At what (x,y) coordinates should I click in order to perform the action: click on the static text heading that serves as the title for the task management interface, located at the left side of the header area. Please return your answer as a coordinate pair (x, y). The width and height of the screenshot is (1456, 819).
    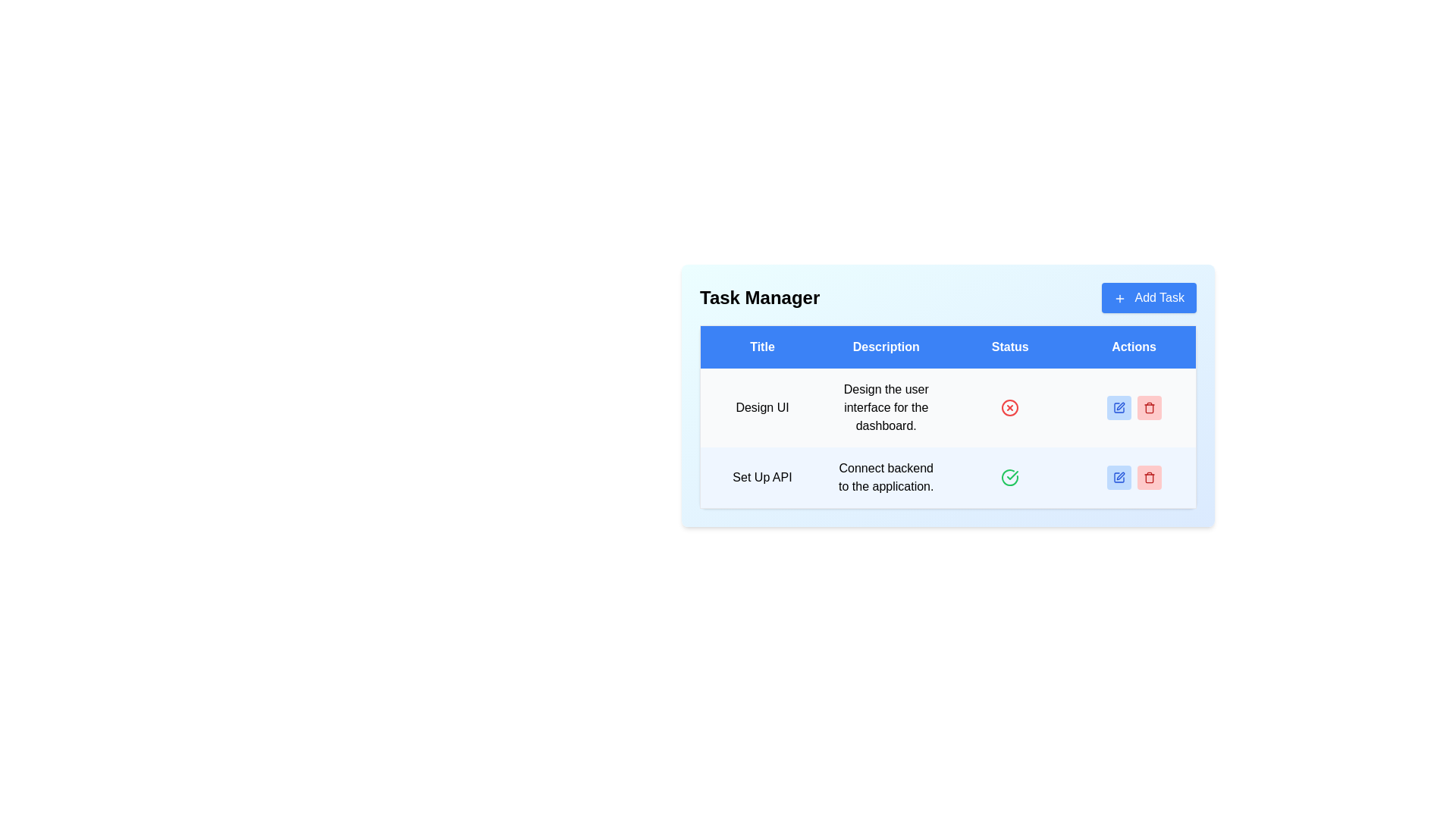
    Looking at the image, I should click on (760, 298).